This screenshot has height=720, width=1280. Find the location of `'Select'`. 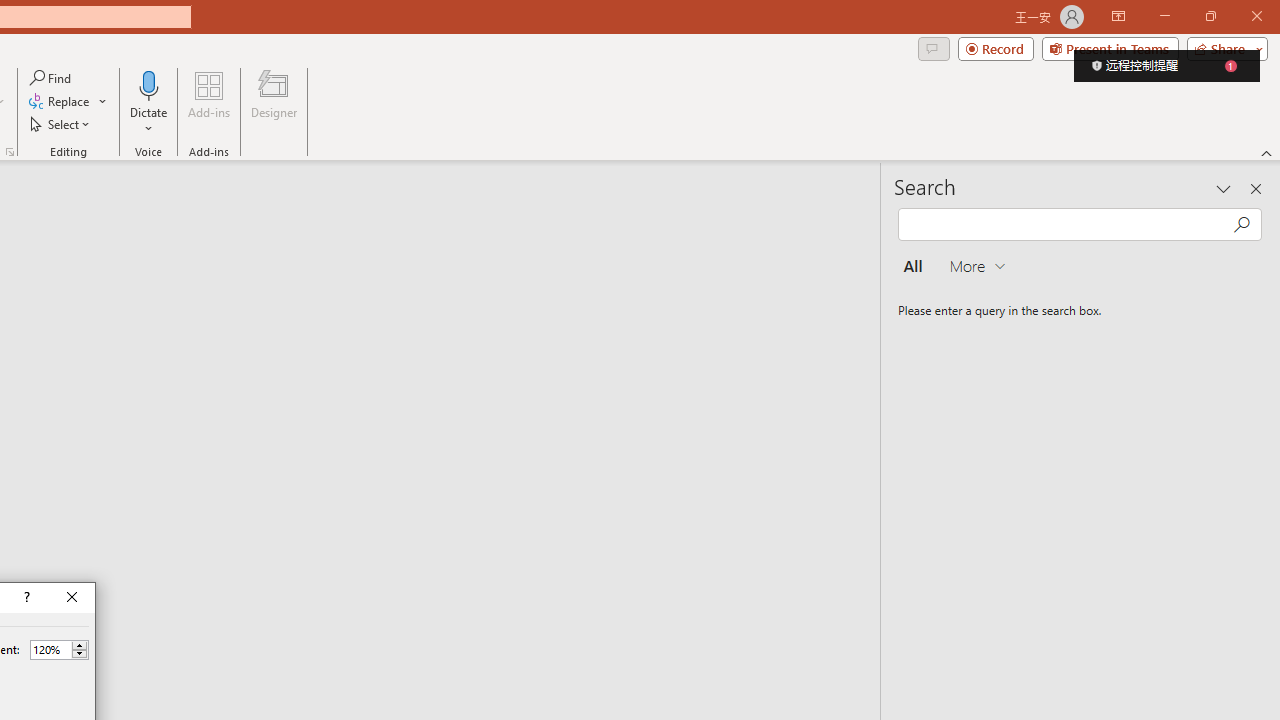

'Select' is located at coordinates (61, 124).